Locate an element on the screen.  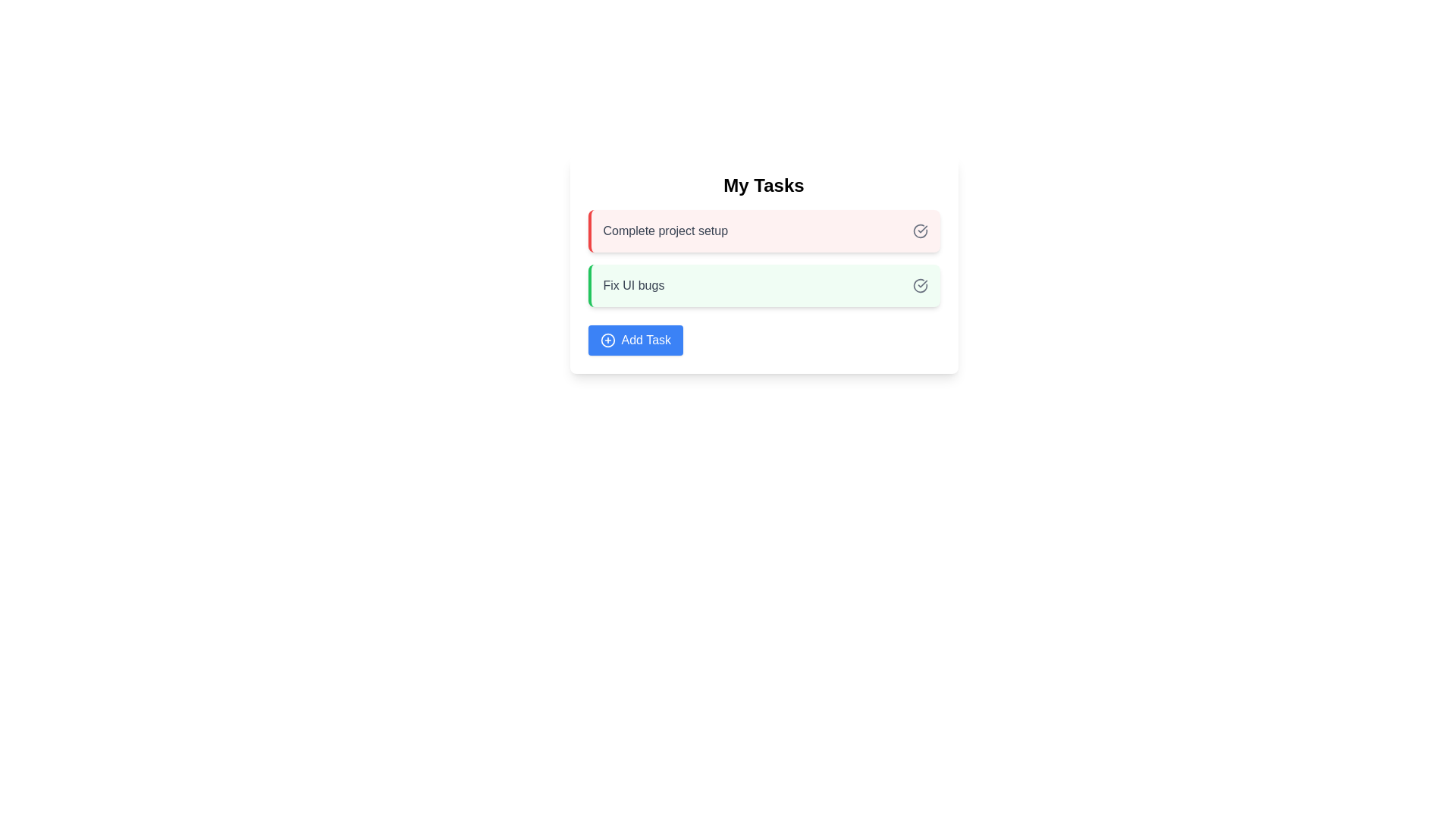
the 'Add Task' button to add a new task is located at coordinates (635, 339).